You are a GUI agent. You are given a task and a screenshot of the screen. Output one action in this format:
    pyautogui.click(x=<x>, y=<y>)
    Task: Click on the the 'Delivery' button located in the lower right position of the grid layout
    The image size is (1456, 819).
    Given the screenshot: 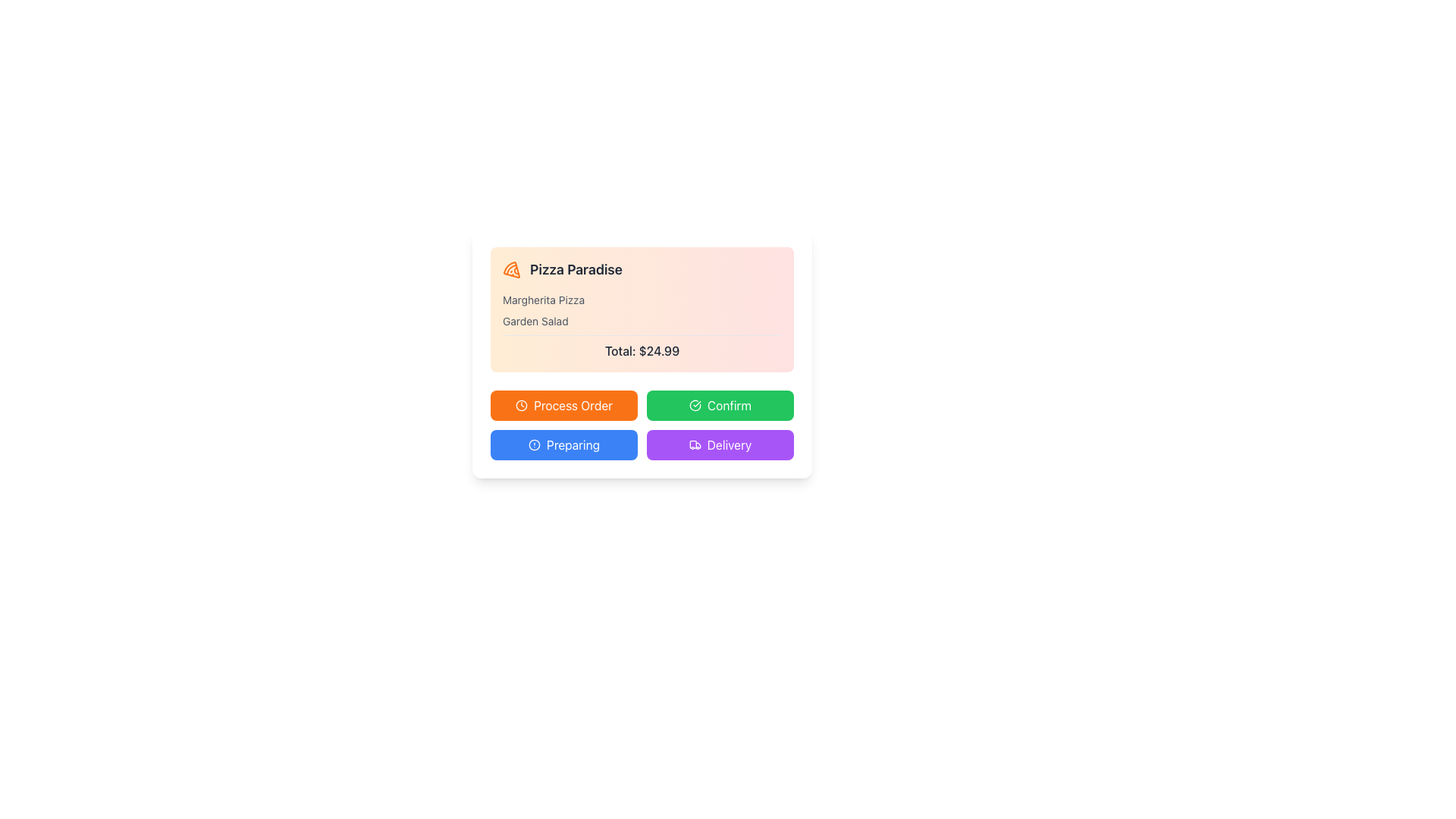 What is the action you would take?
    pyautogui.click(x=720, y=444)
    